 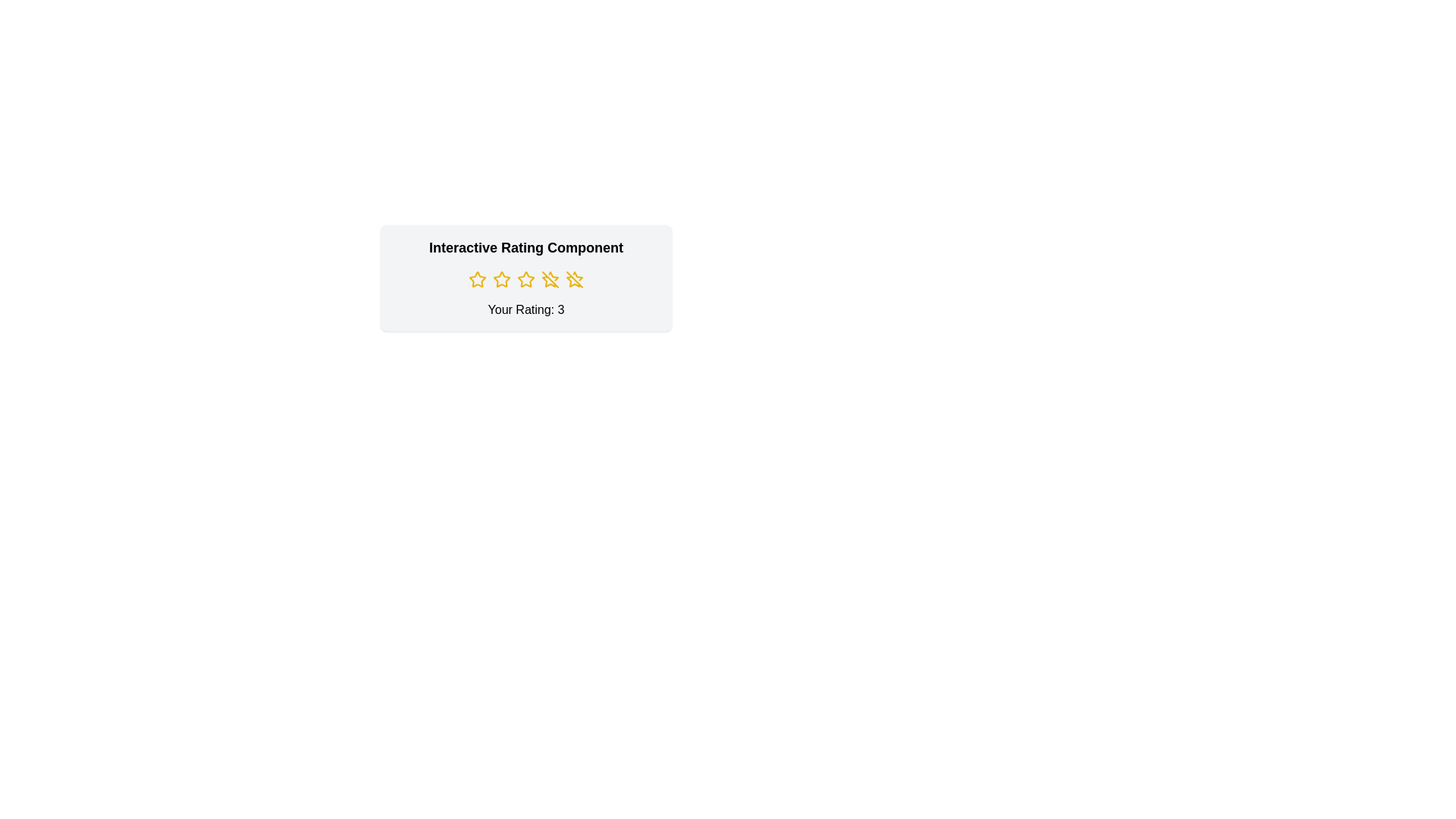 I want to click on the star corresponding to the desired rating 2, so click(x=502, y=280).